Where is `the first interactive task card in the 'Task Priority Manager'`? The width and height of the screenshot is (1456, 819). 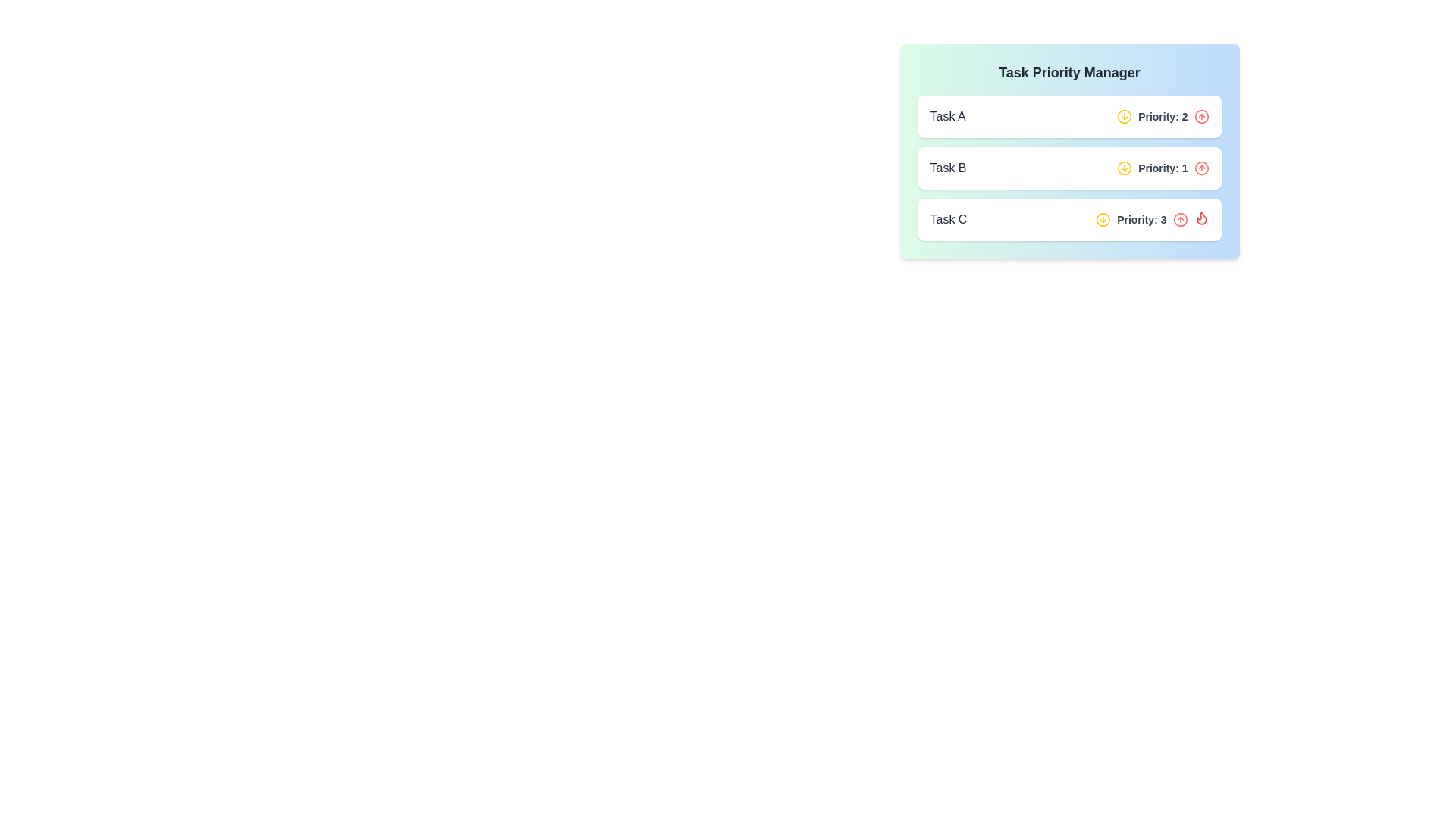 the first interactive task card in the 'Task Priority Manager' is located at coordinates (1068, 116).